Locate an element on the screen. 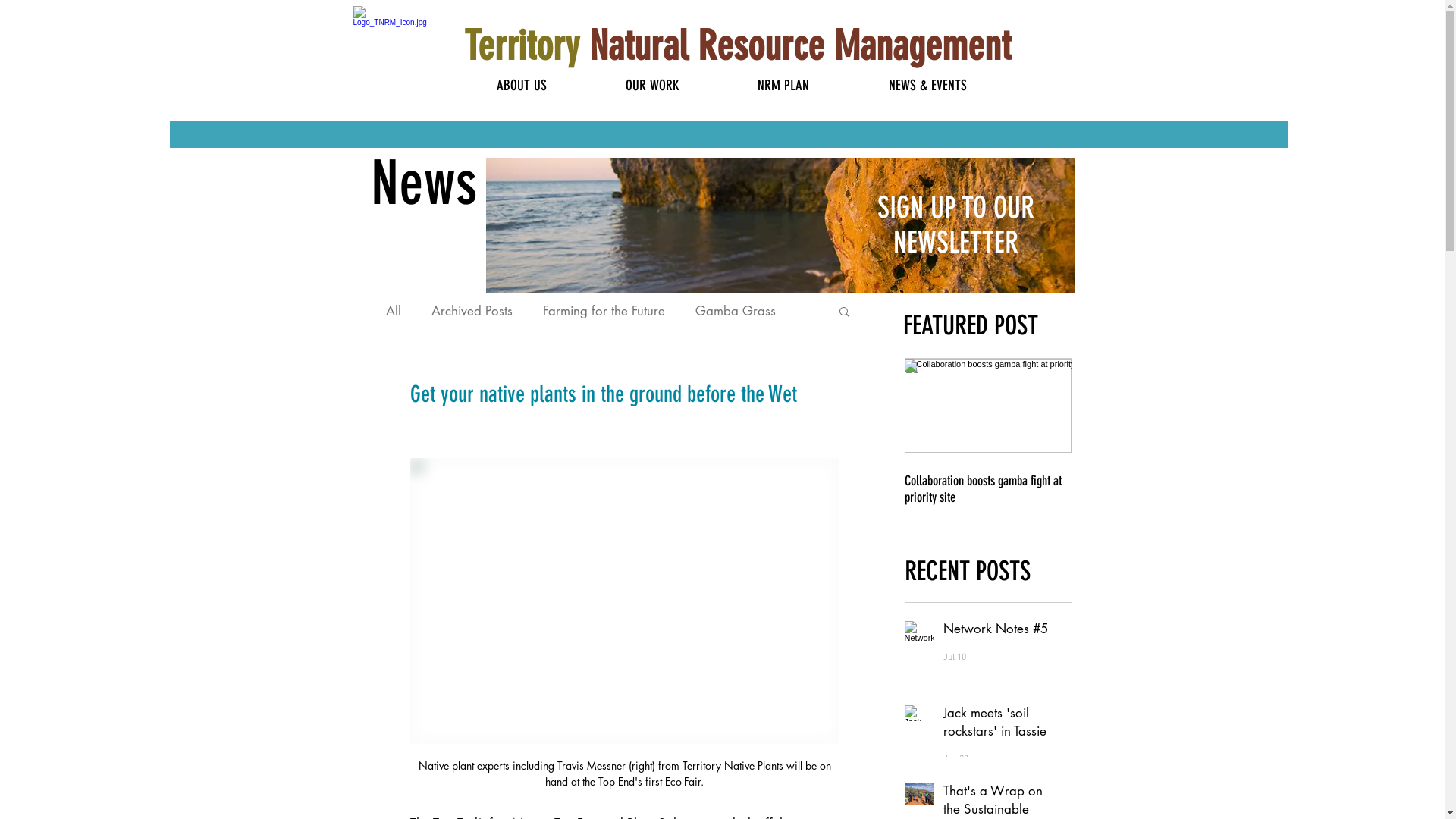  'Jack meets 'soil rockstars' in Tassie' is located at coordinates (997, 724).